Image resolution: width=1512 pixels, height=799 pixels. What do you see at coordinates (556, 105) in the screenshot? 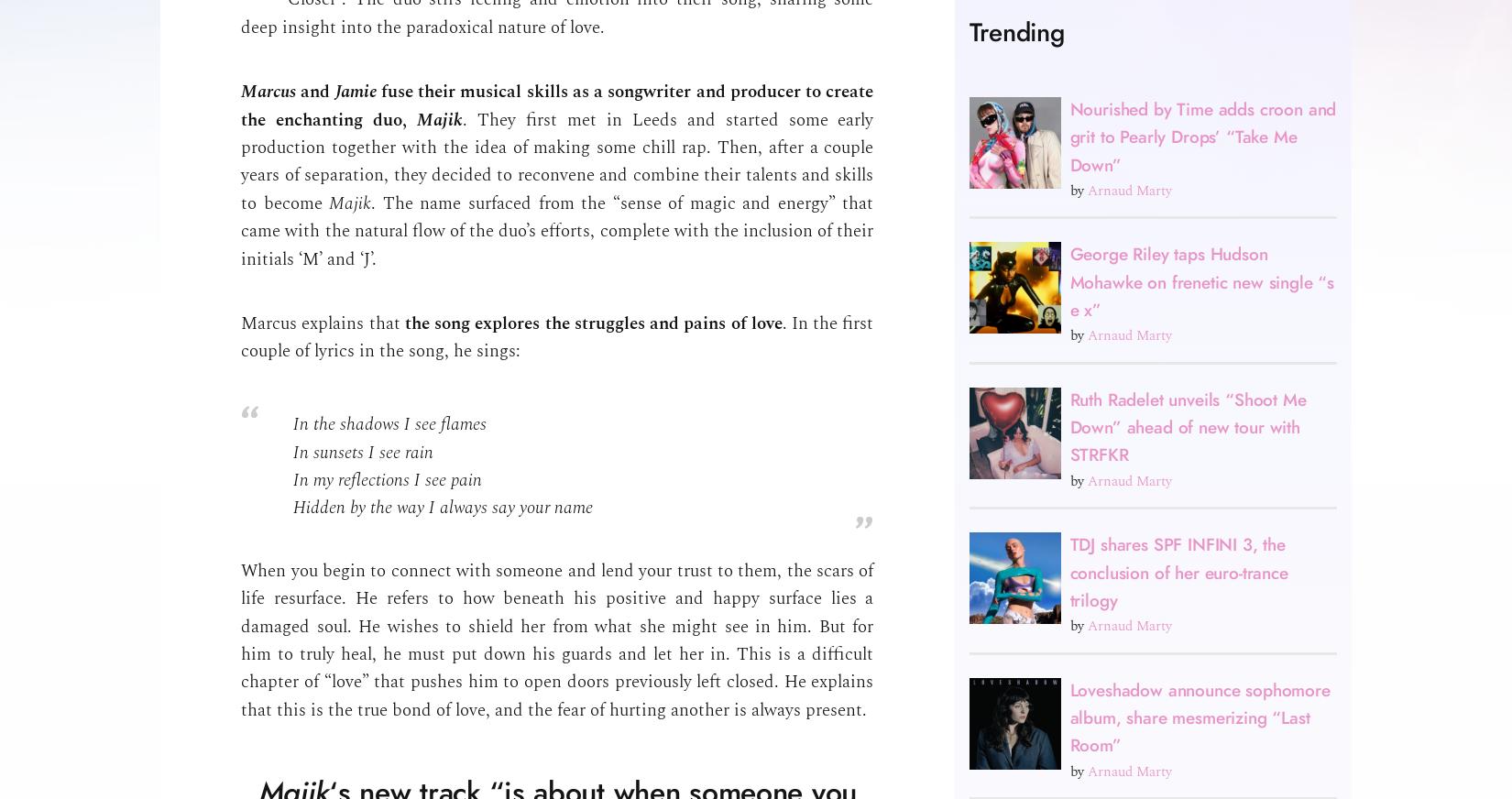
I see `'fuse their musical skills as a songwriter and producer to create the enchanting duo,'` at bounding box center [556, 105].